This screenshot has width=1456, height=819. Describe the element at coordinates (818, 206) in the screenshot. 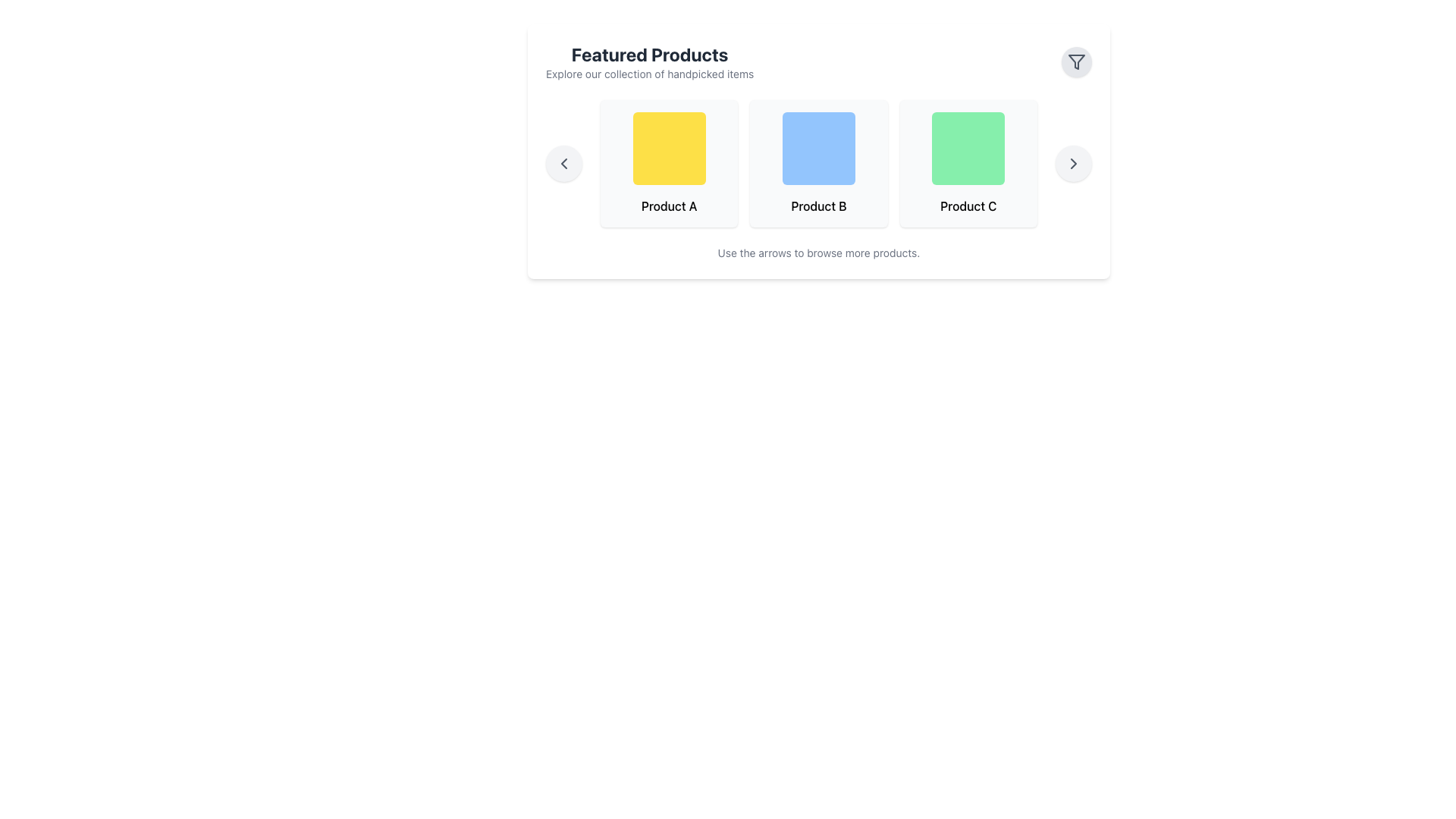

I see `text label 'Product B' located at the bottom center of the second card in a horizontal arrangement, which is positioned under a blue square box` at that location.